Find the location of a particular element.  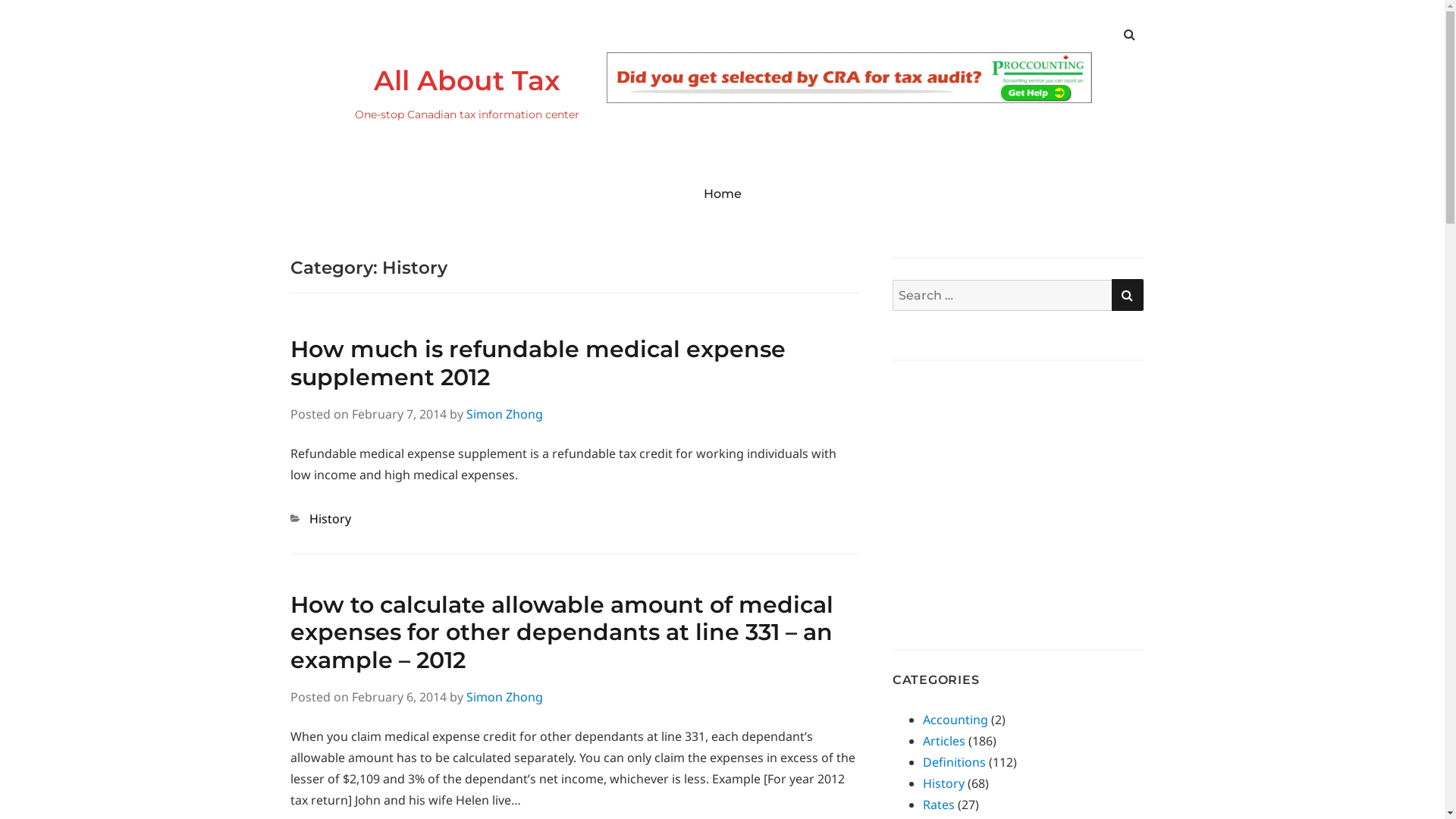

'SEARCH' is located at coordinates (1128, 295).